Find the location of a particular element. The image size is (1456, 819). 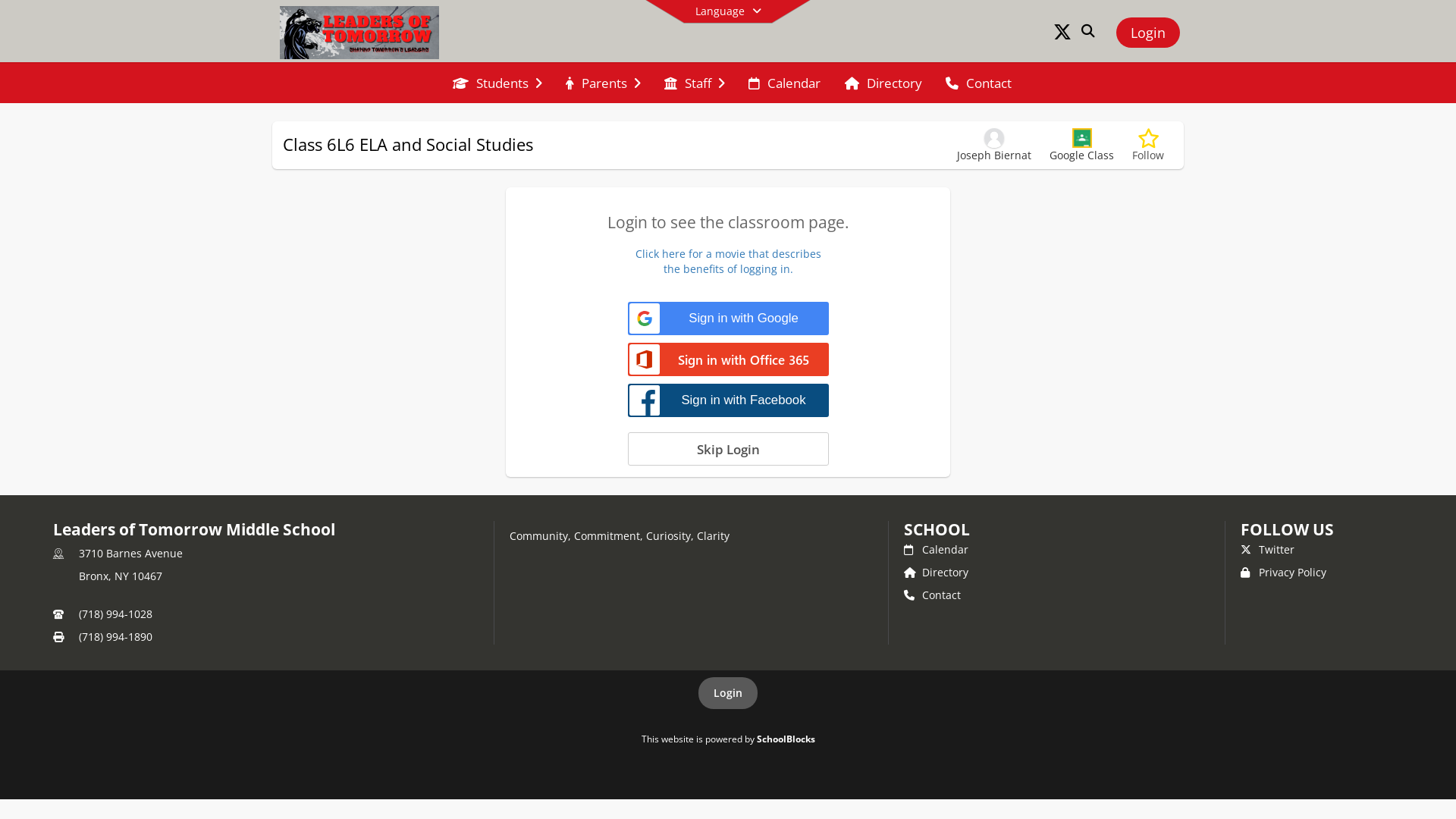

'Joseph Biernat' is located at coordinates (993, 137).